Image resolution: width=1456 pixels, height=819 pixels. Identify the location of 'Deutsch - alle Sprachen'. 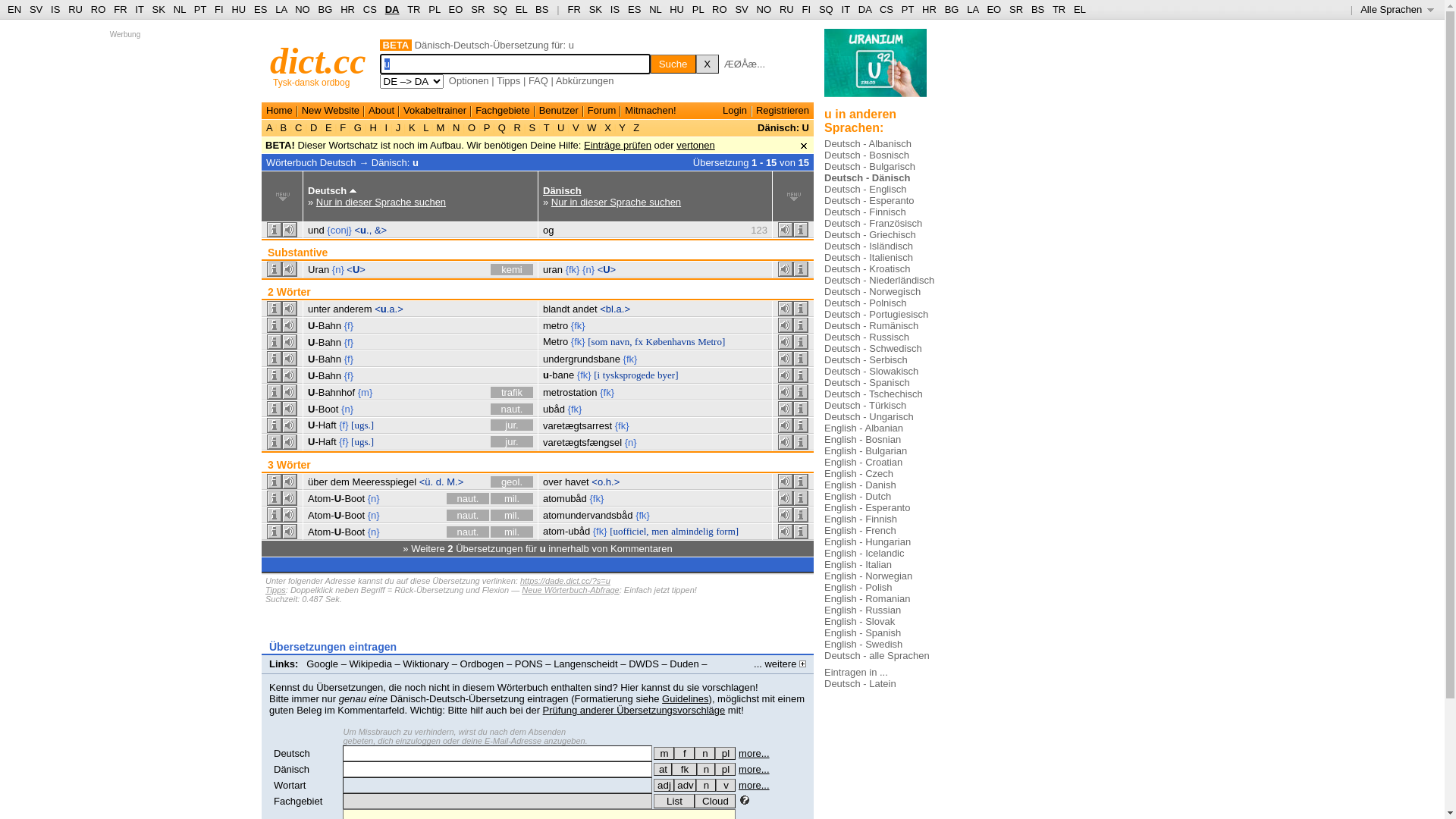
(877, 654).